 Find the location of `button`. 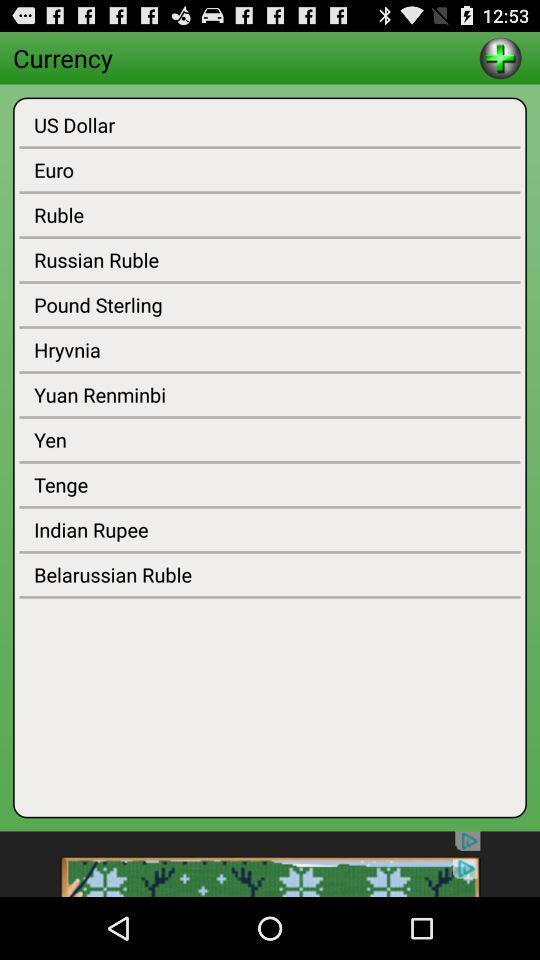

button is located at coordinates (499, 56).